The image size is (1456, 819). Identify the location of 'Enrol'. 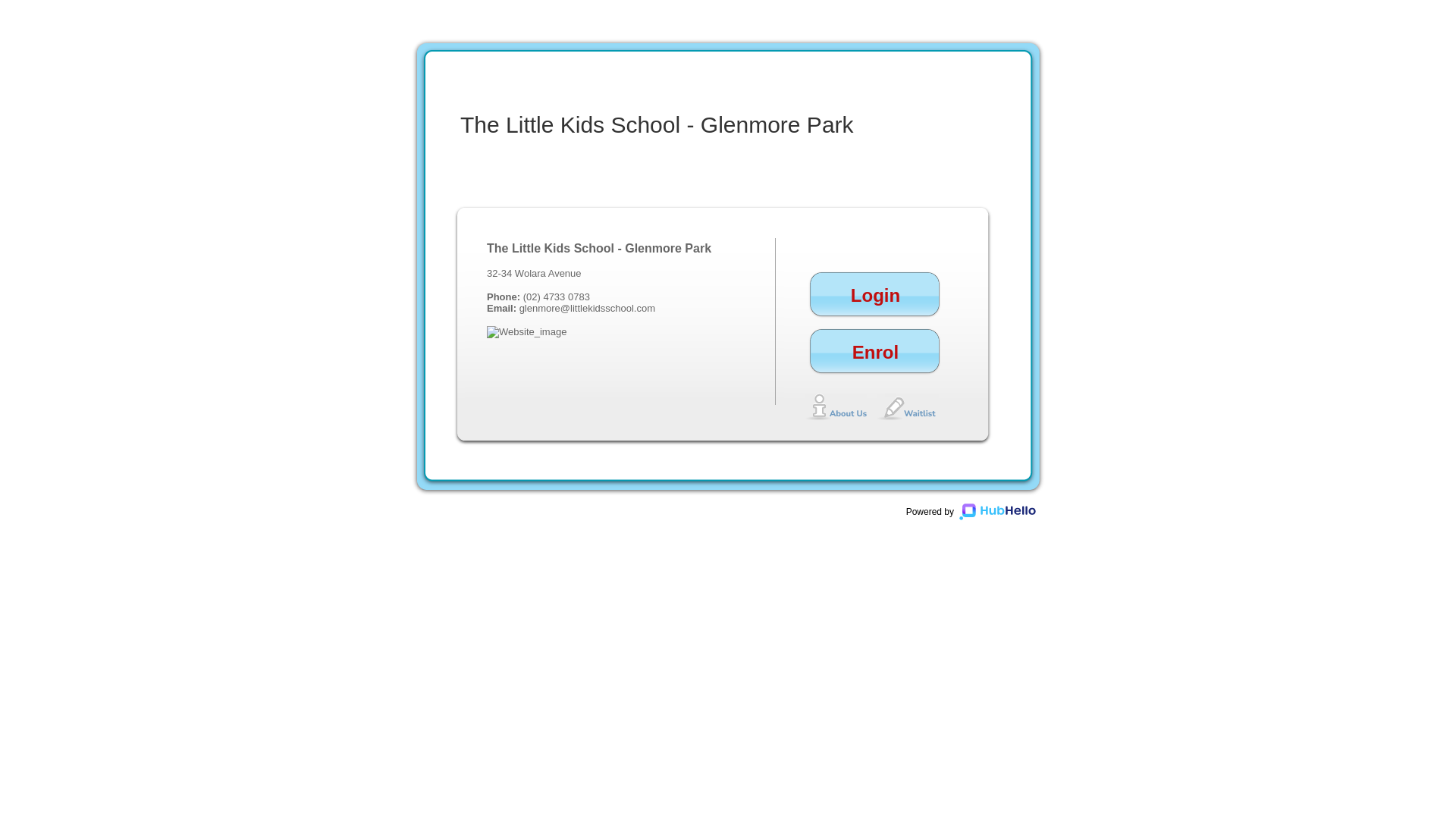
(875, 361).